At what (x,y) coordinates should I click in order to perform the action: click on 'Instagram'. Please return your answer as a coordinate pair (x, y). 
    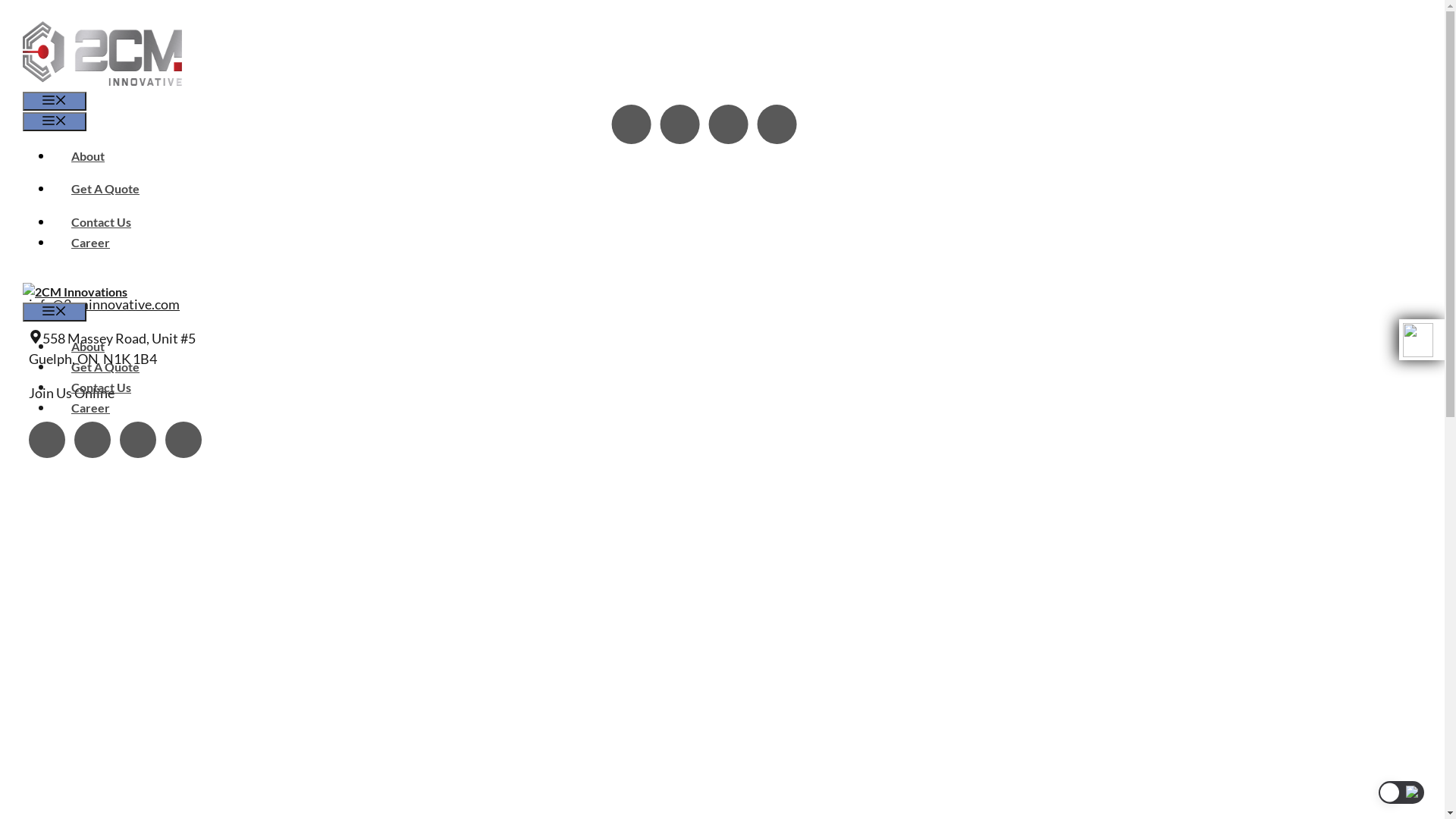
    Looking at the image, I should click on (630, 124).